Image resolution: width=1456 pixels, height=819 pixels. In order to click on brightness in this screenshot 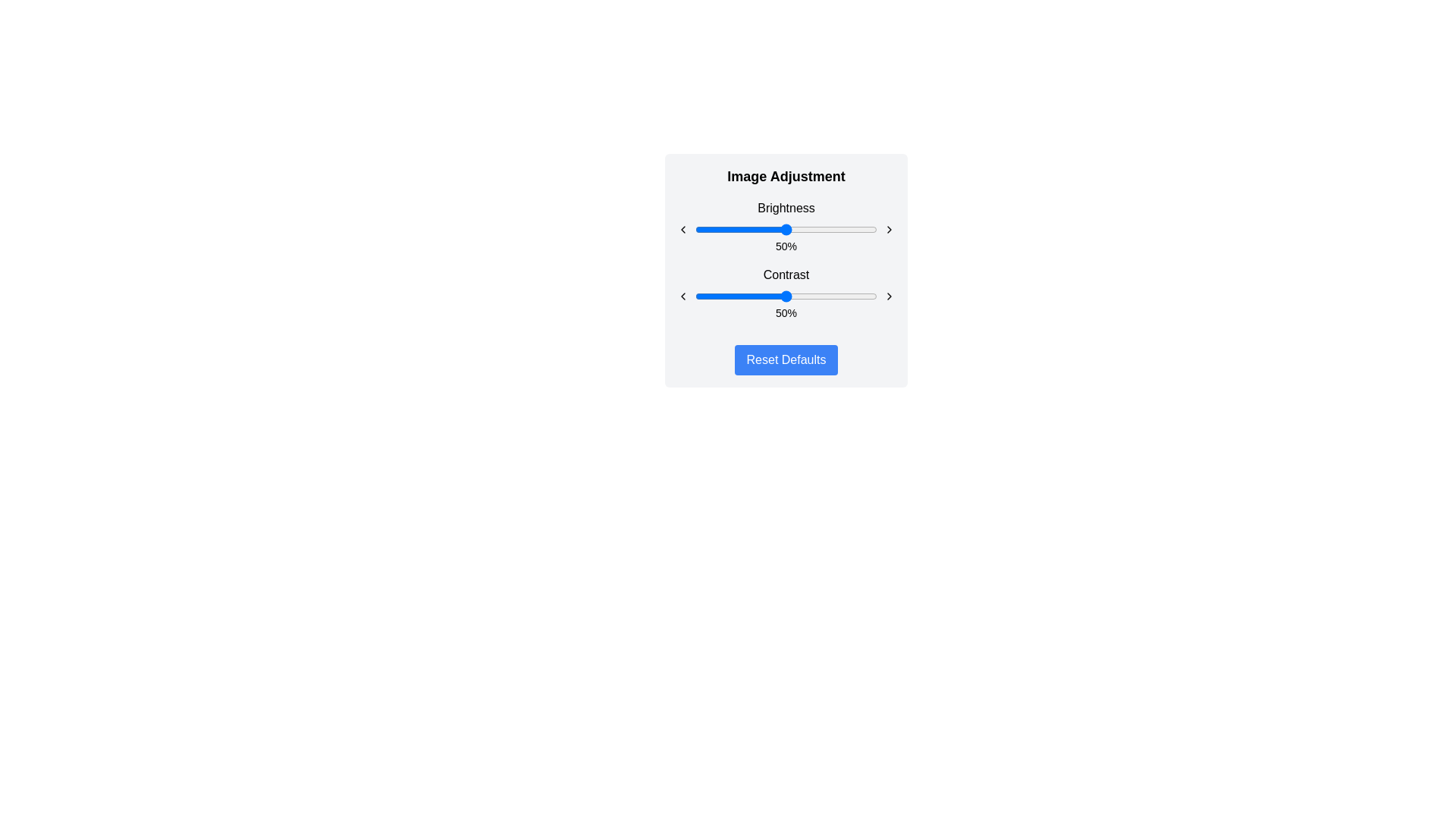, I will do `click(846, 230)`.